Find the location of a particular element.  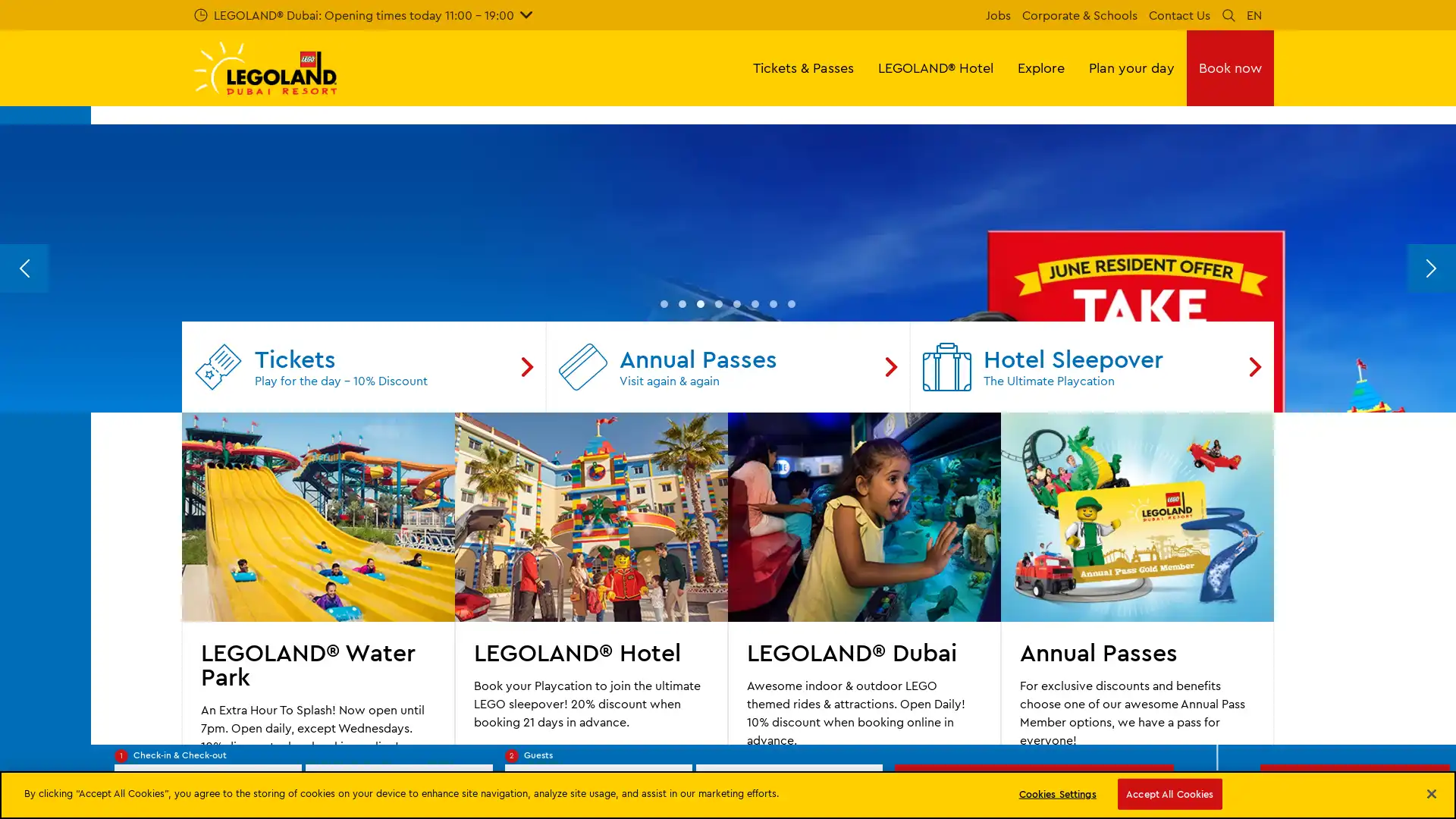

Tickets & Passes is located at coordinates (802, 67).